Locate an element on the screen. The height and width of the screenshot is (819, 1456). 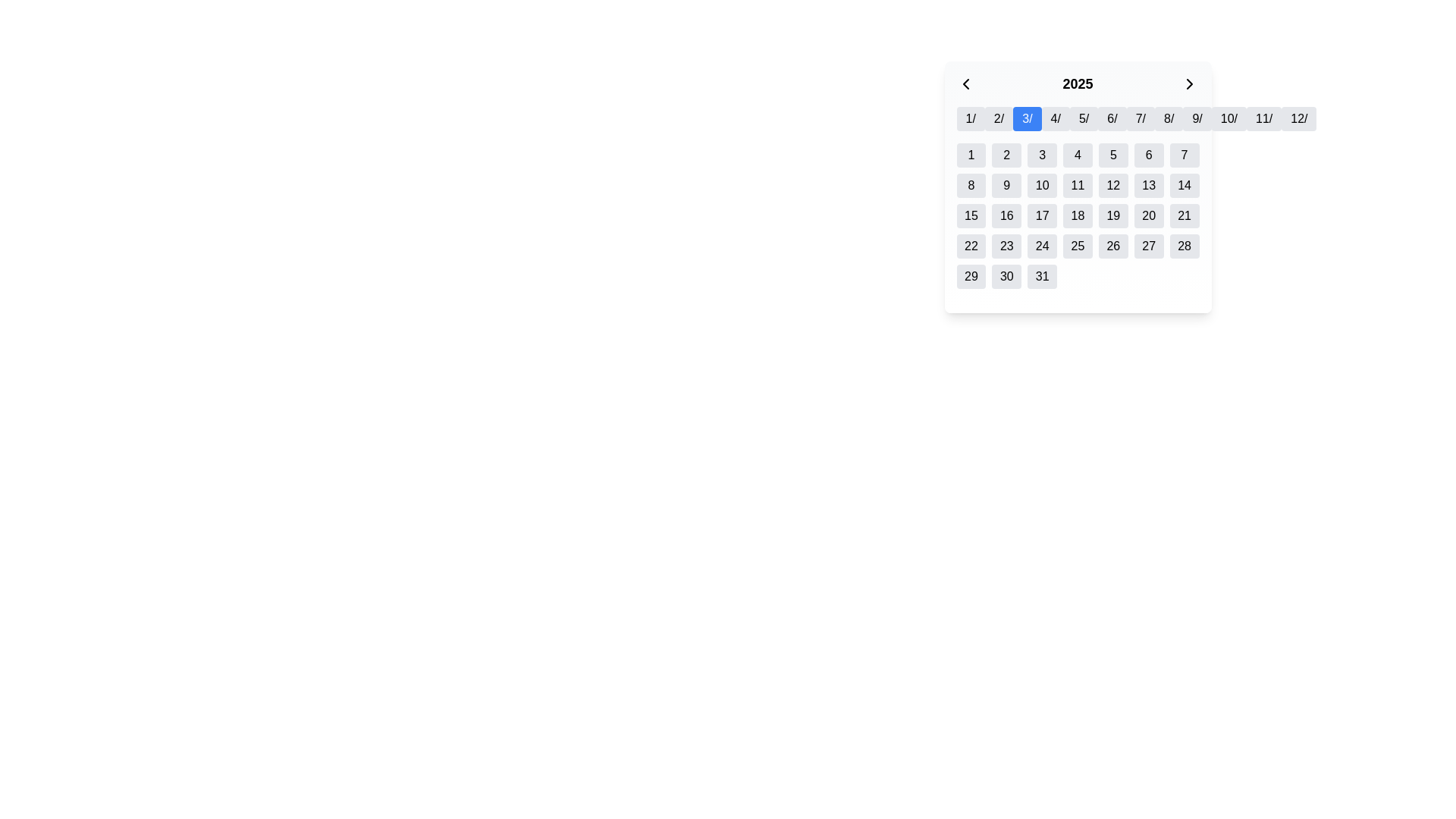
the button labeled '4' in the first row and fourth column of the grid is located at coordinates (1077, 155).